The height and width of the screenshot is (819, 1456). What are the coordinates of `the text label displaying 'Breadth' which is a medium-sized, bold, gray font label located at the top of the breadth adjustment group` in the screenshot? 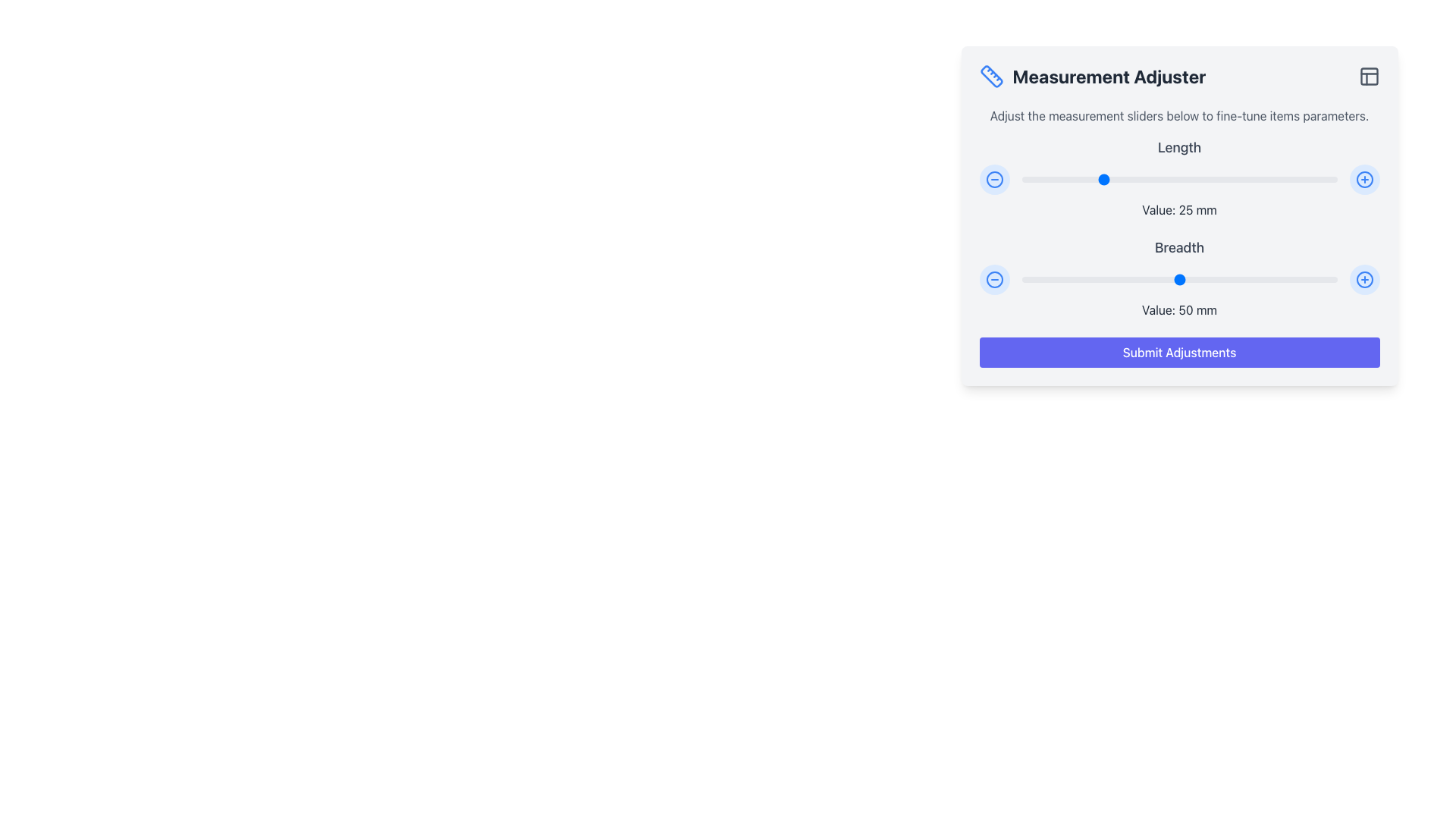 It's located at (1178, 247).